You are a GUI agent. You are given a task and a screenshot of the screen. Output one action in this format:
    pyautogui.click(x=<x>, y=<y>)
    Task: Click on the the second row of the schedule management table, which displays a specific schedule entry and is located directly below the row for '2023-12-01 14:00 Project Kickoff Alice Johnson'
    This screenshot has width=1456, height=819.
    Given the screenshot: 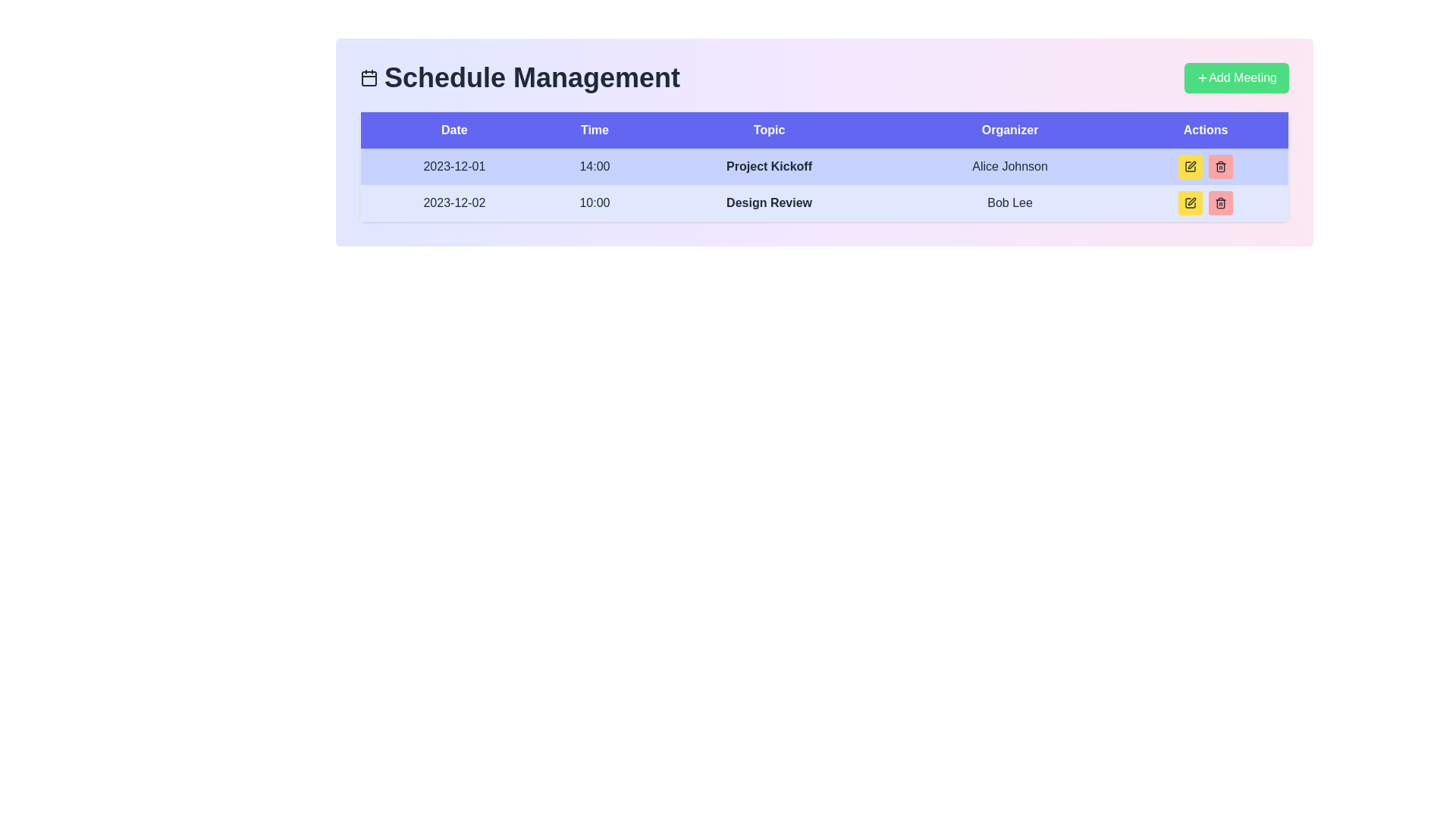 What is the action you would take?
    pyautogui.click(x=824, y=202)
    